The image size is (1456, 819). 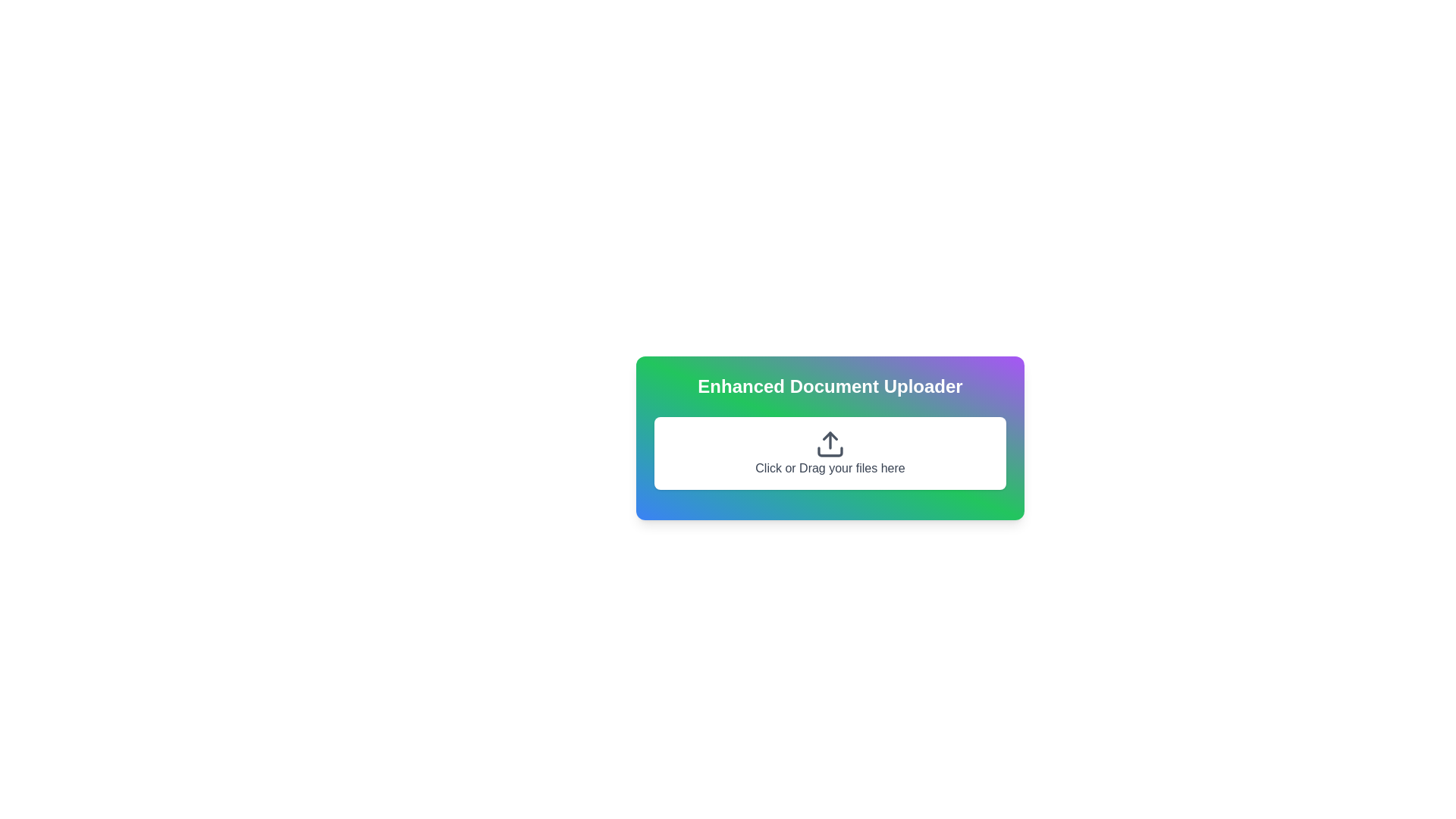 I want to click on the upload arrow SVG icon, which is centrally placed within the white box labeled 'Click or Drag your files here', so click(x=829, y=444).